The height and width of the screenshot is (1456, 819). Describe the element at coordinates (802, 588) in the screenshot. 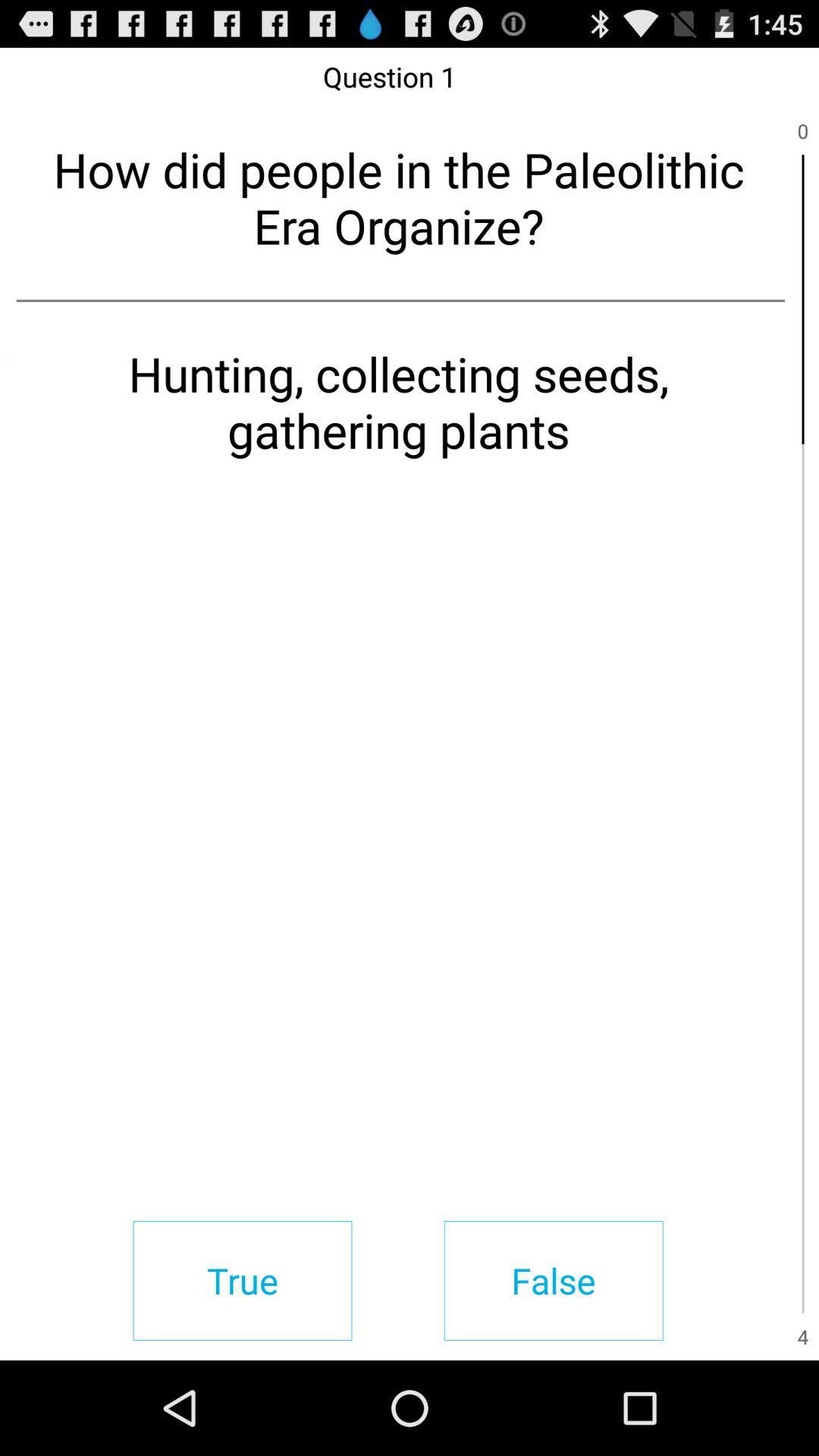

I see `icon to the right of hunting collecting seeds icon` at that location.